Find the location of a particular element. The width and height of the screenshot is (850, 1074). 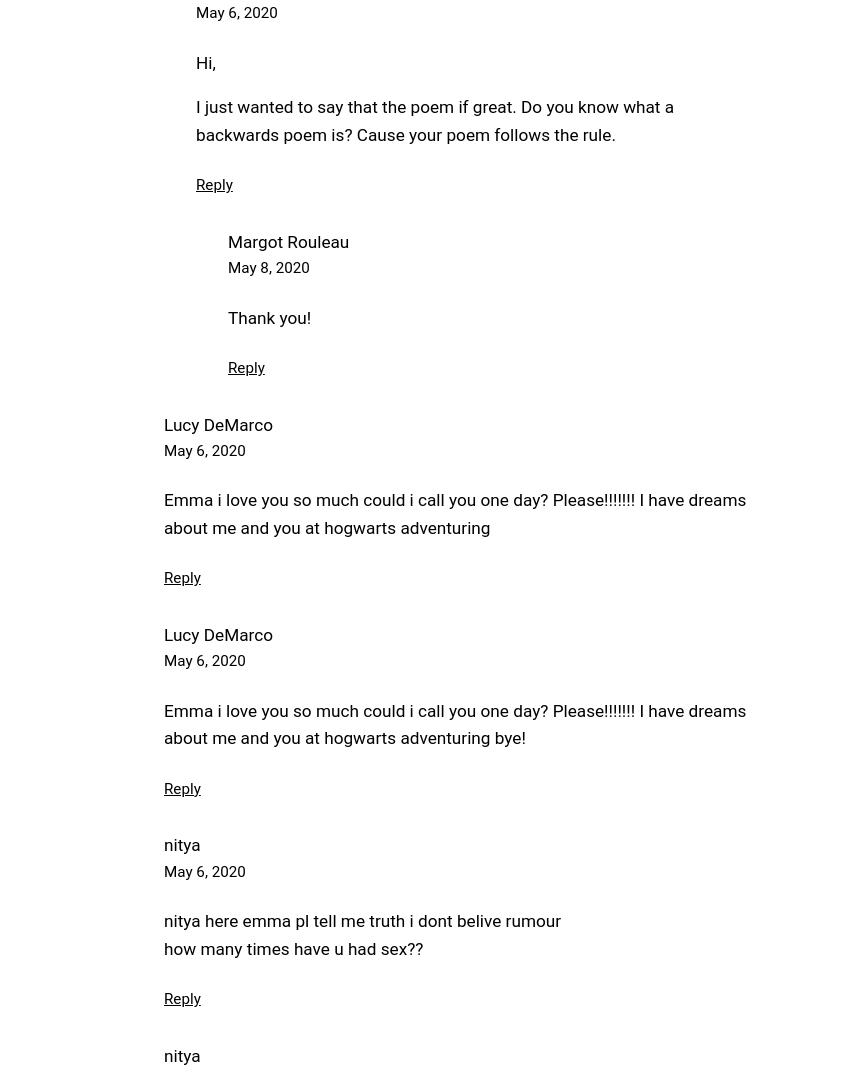

'I just wanted to say that the poem if great. Do you know what a backwards poem is? Cause your poem follows the rule.' is located at coordinates (434, 119).